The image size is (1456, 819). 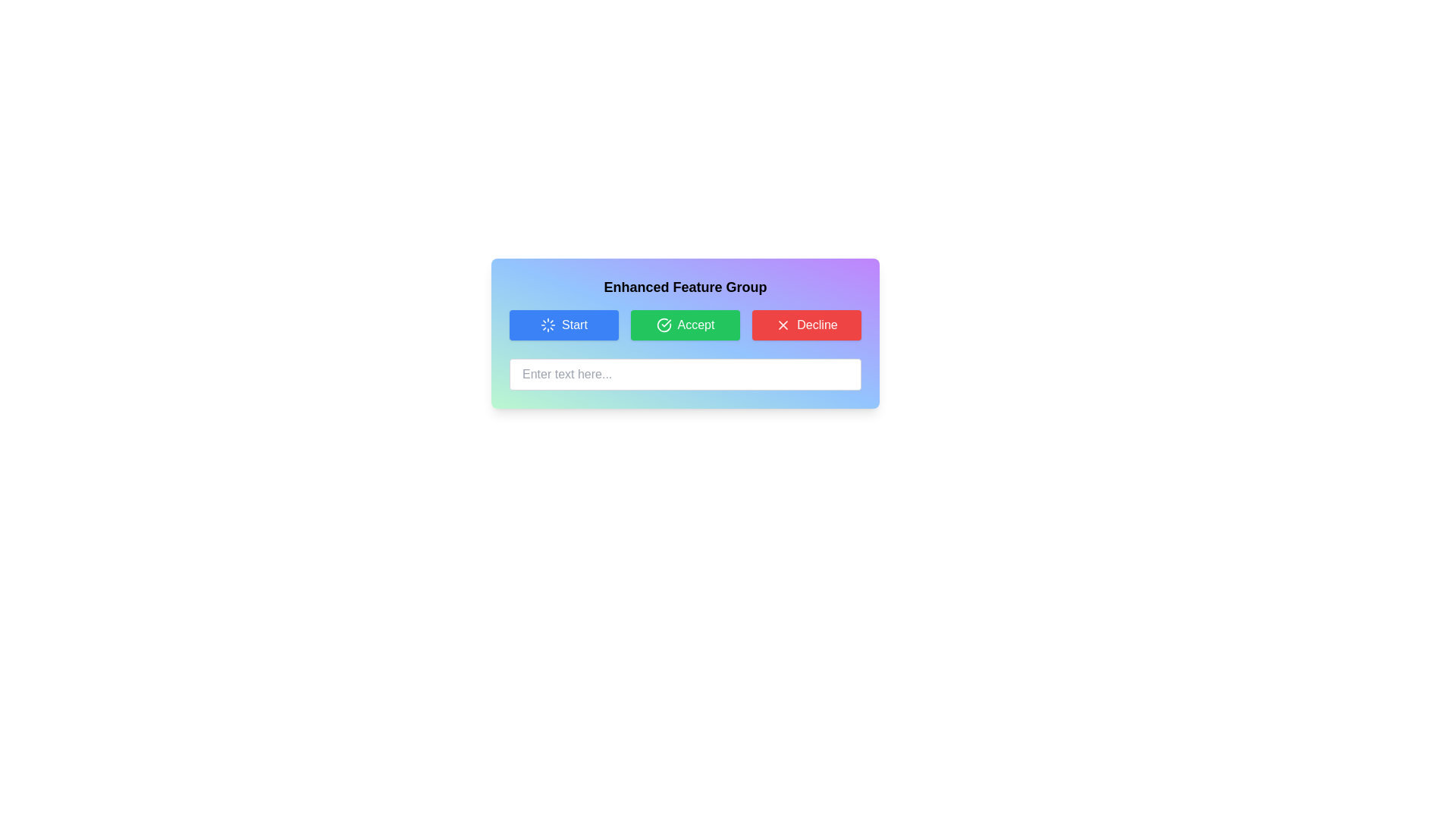 I want to click on the SVG loader icon located within the 'Start' button, which is styled in blue and precedes the text 'Start', so click(x=548, y=324).